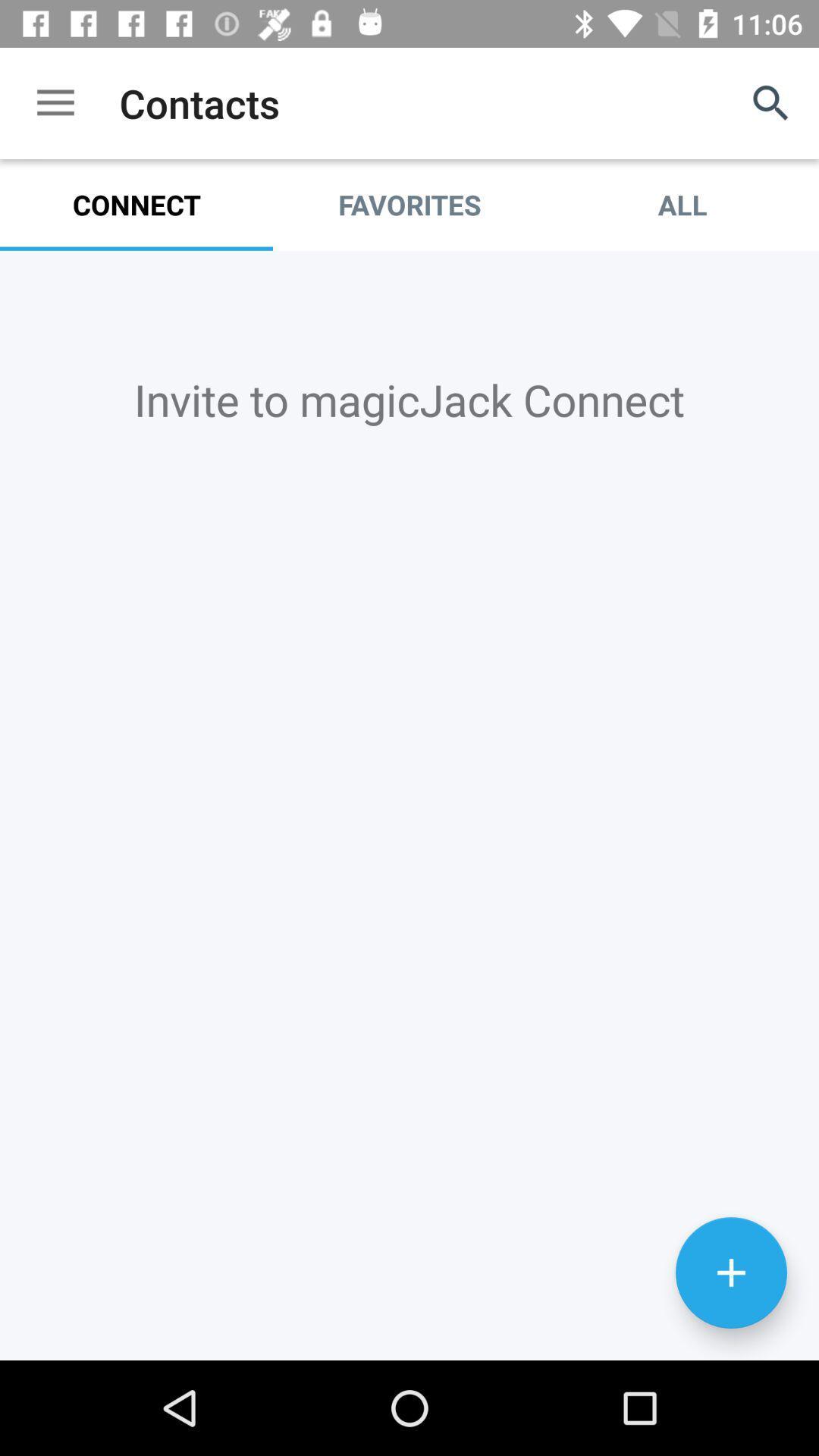 The image size is (819, 1456). What do you see at coordinates (409, 399) in the screenshot?
I see `invite to magicjack item` at bounding box center [409, 399].